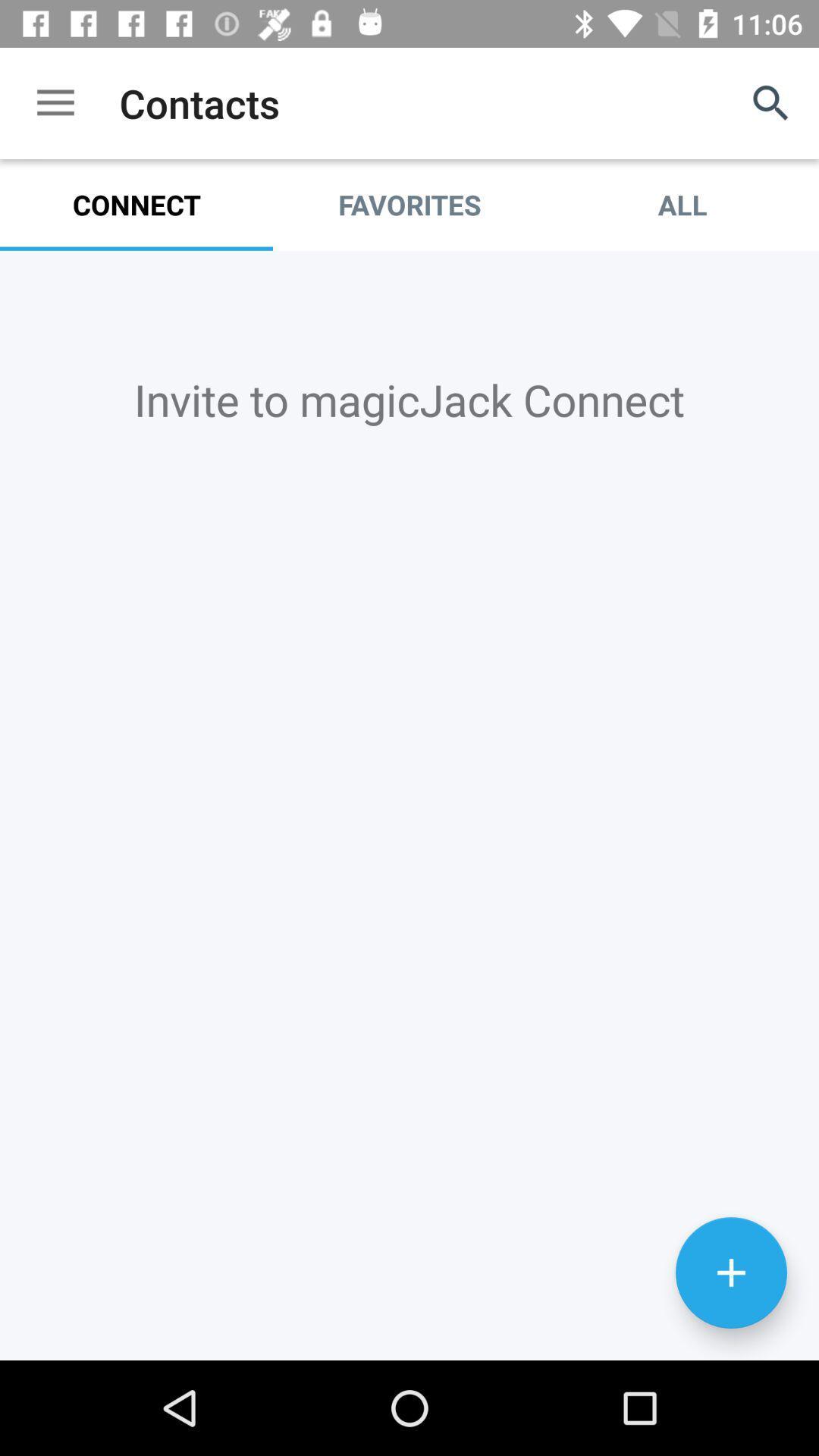 The image size is (819, 1456). What do you see at coordinates (409, 399) in the screenshot?
I see `invite to magicjack item` at bounding box center [409, 399].